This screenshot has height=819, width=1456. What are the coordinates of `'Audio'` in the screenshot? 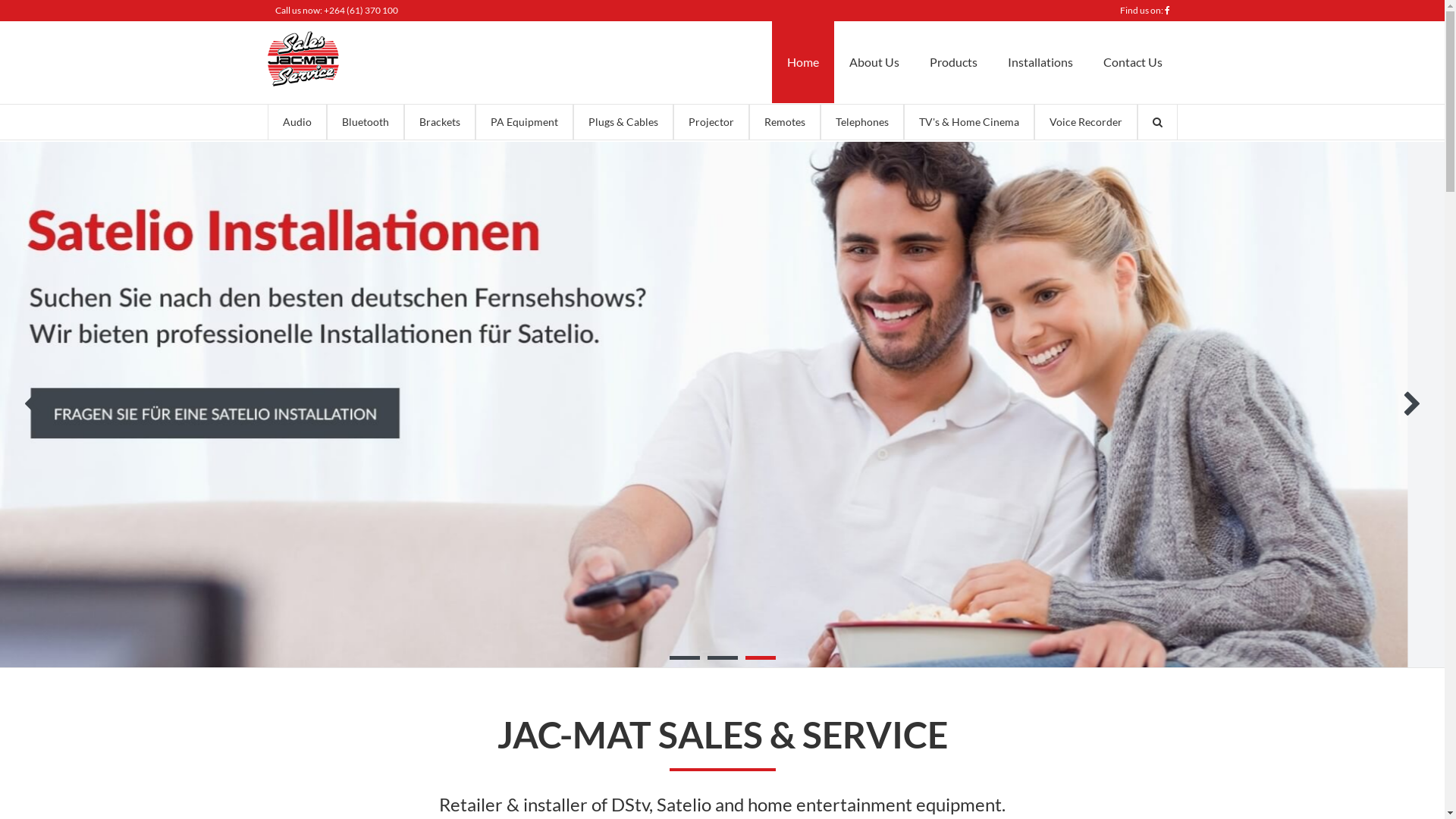 It's located at (296, 121).